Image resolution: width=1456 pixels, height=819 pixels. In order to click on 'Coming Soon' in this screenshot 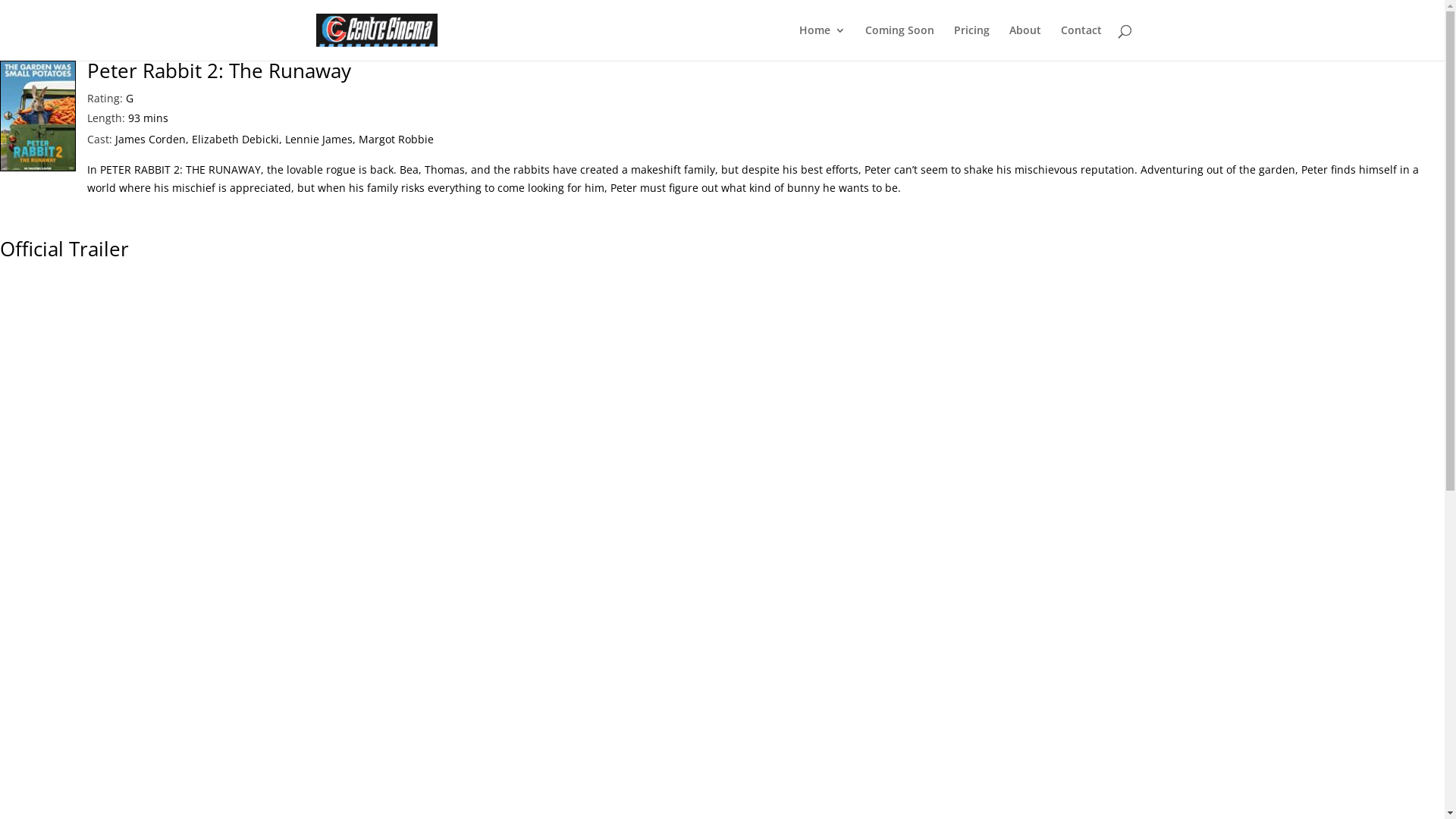, I will do `click(899, 42)`.